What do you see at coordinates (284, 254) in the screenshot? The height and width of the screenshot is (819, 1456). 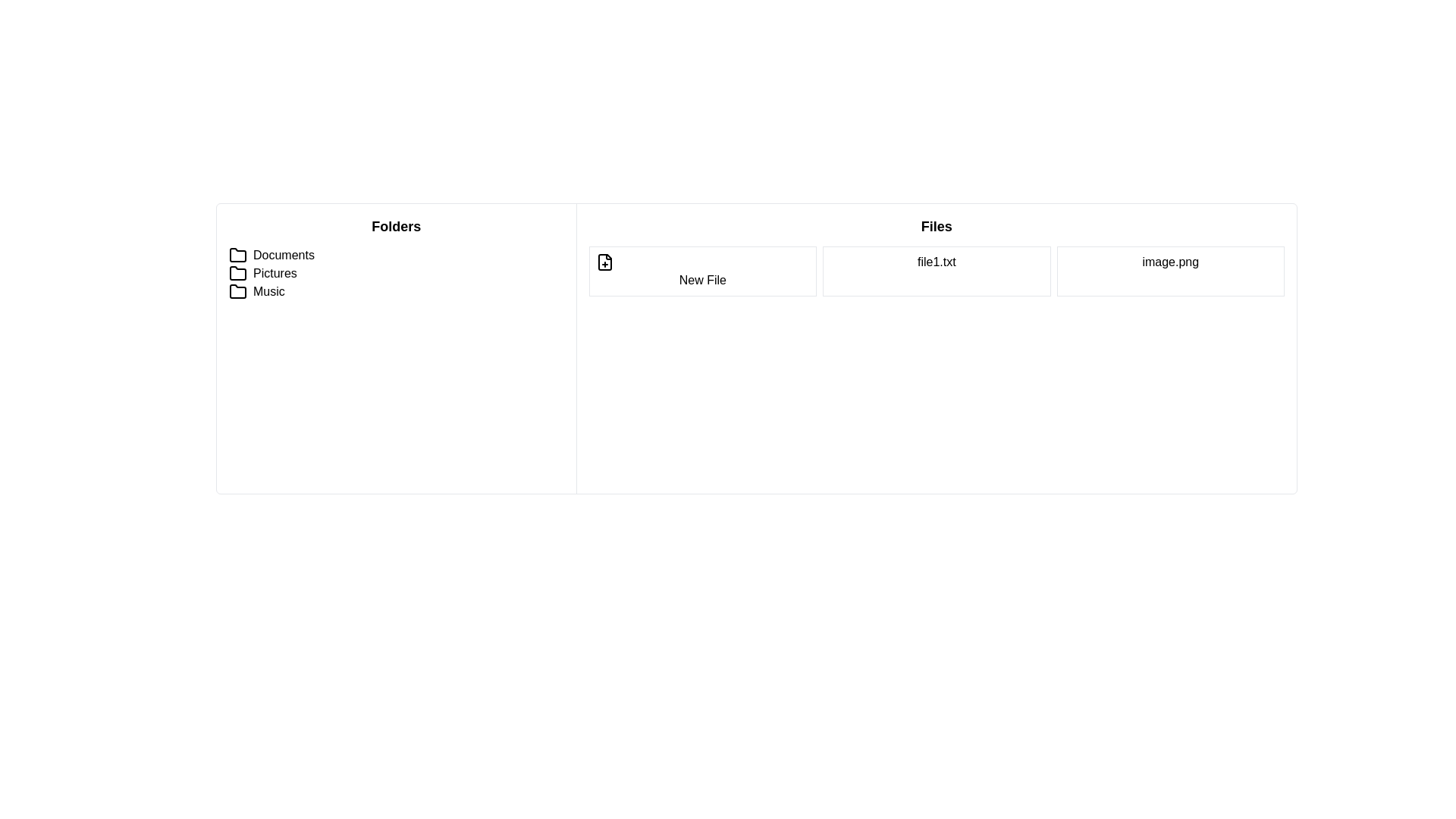 I see `the text label representing the first folder name in the 'Folders' section of the file browsing interface` at bounding box center [284, 254].